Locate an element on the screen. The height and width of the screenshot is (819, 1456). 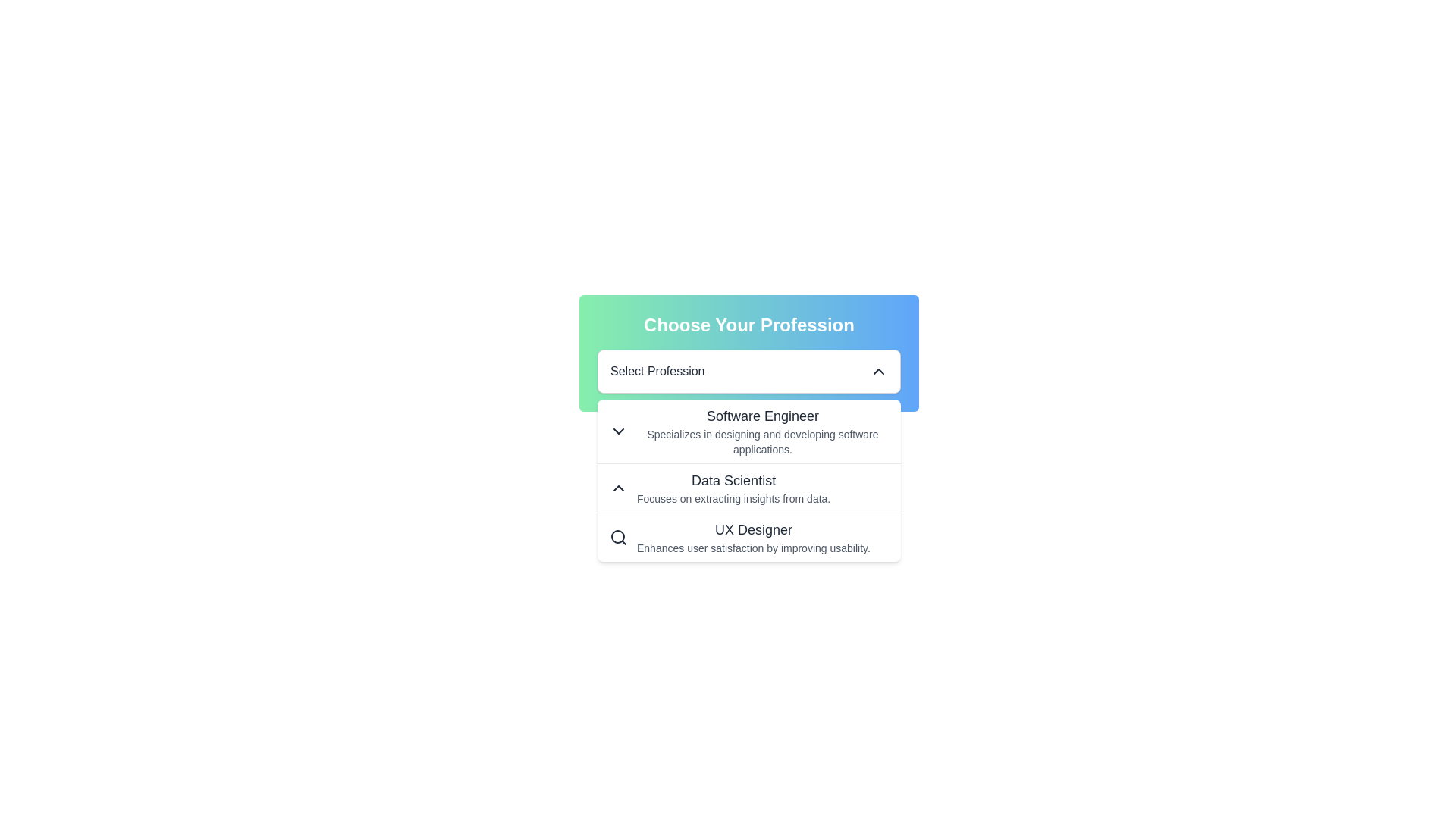
the 'Data Scientist' text label is located at coordinates (733, 480).